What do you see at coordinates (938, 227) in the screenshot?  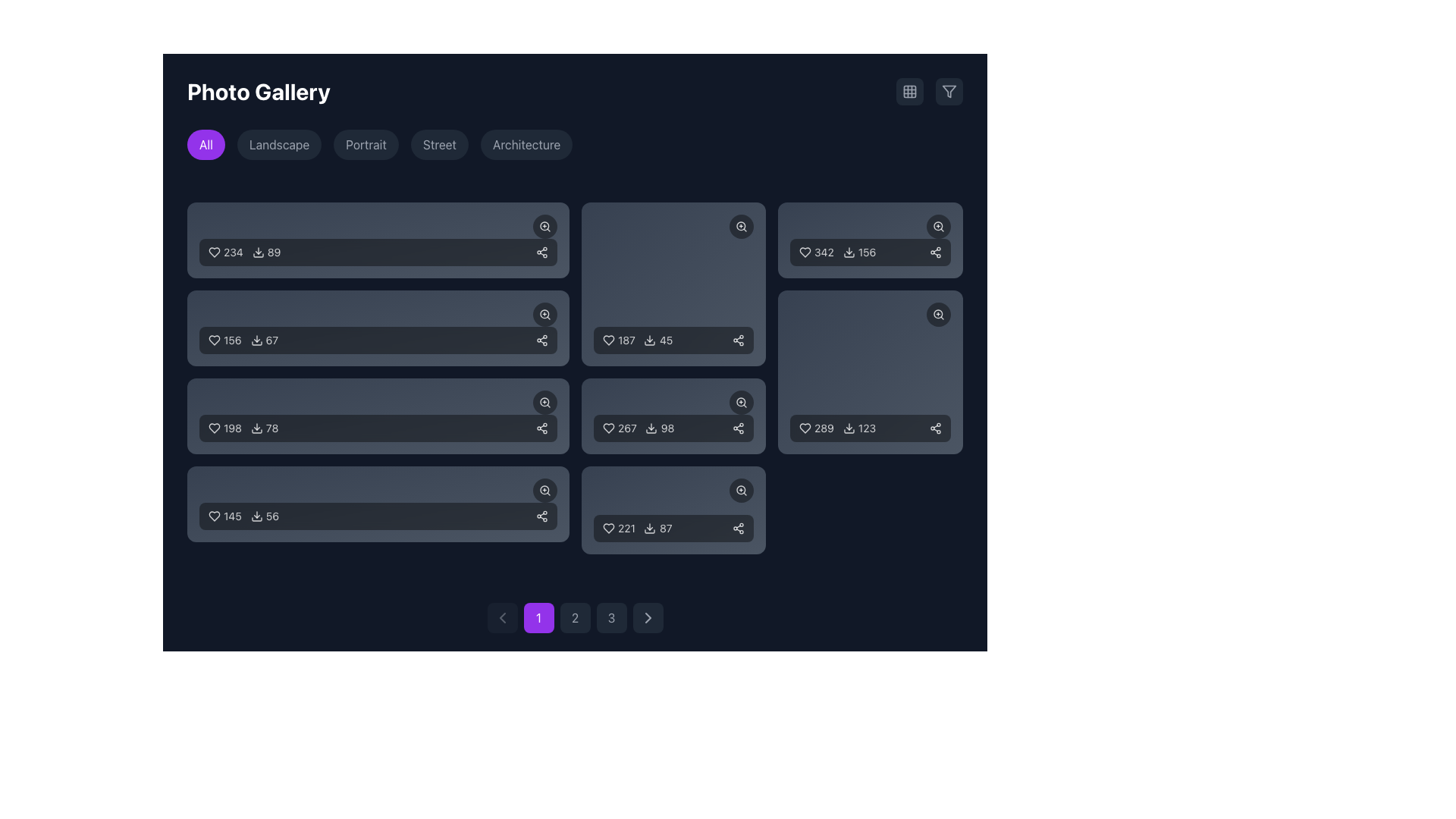 I see `the circular button with a magnifying glass icon located at the top-right corner of the statistics card to change its appearance` at bounding box center [938, 227].